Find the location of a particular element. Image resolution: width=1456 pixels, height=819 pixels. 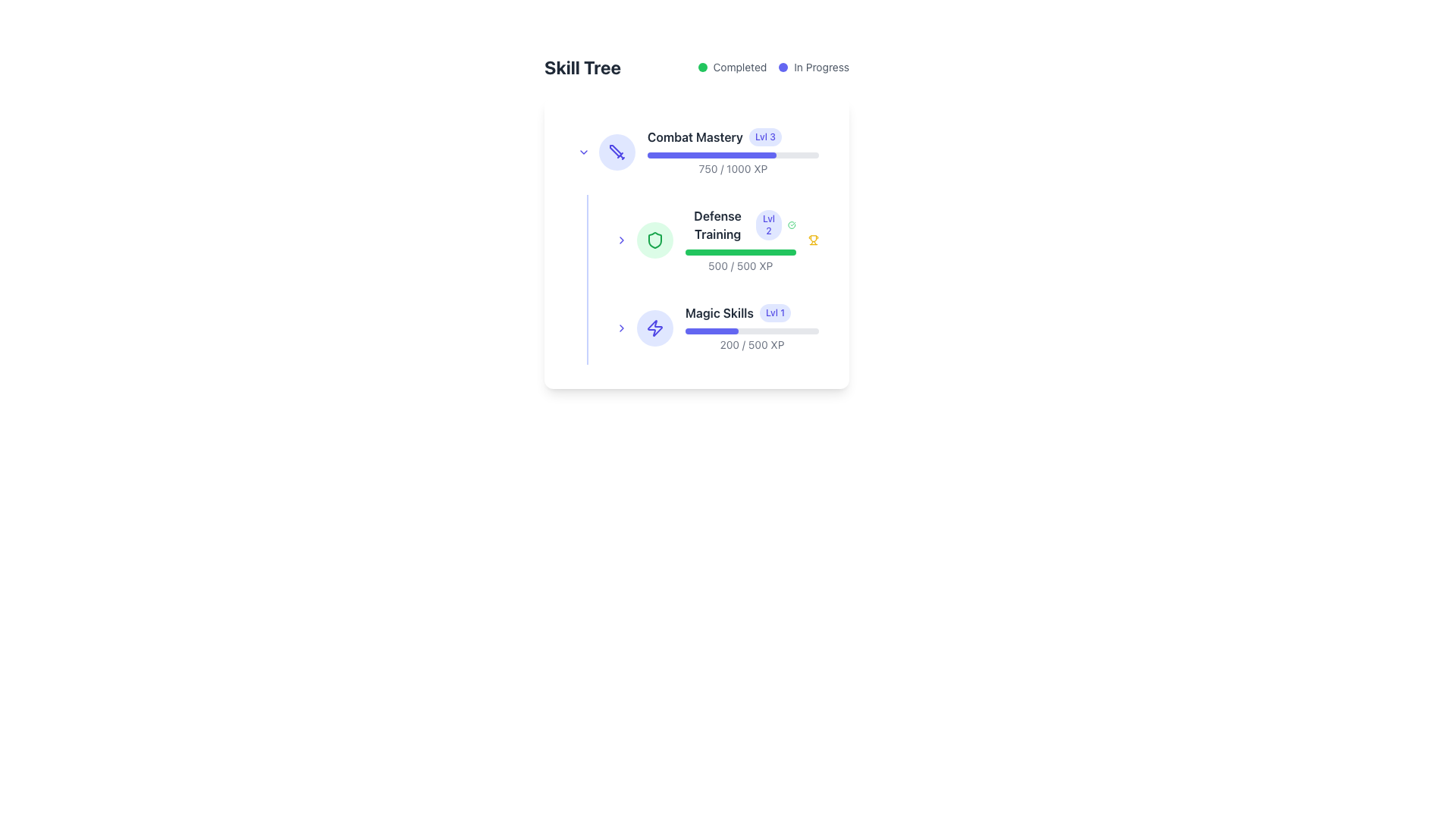

the 'Combat Mastery' label which displays 'Lvl 3' in a badge, located at the top of the first skill entry in the vertical list of skills is located at coordinates (733, 137).